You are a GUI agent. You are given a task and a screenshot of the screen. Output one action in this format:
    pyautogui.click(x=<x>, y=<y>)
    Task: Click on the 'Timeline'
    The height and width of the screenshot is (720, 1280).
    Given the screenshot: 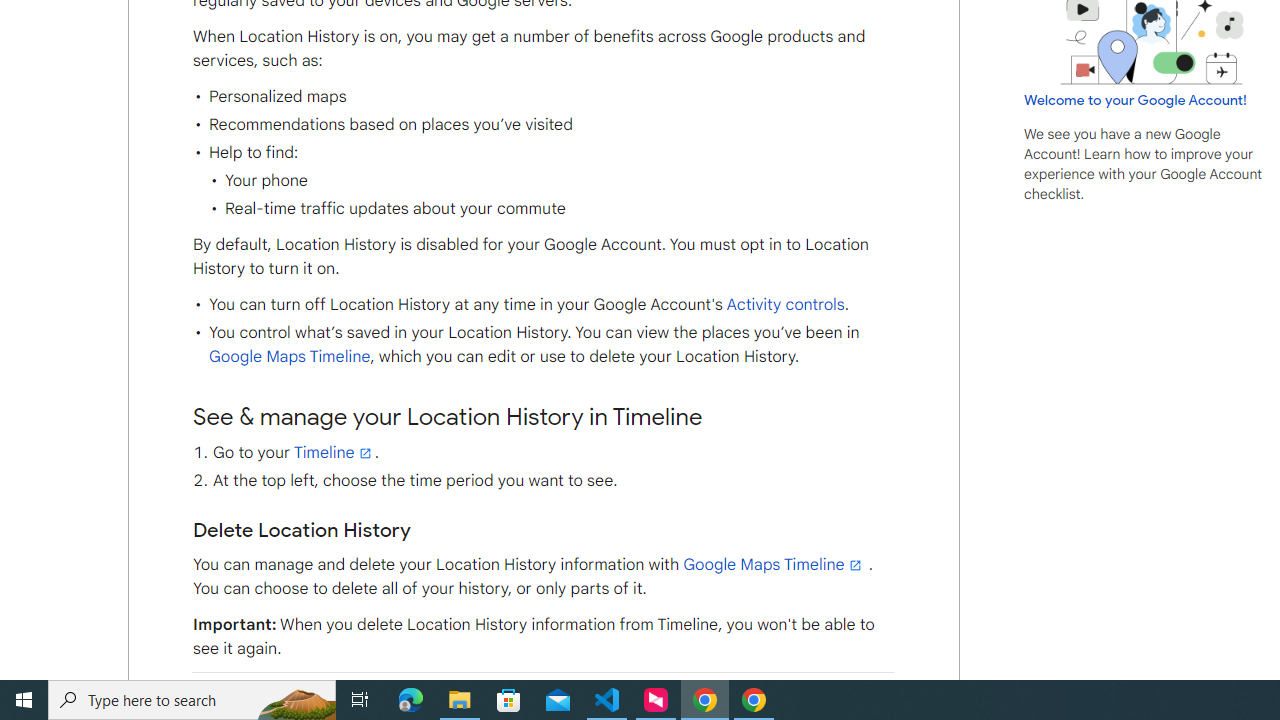 What is the action you would take?
    pyautogui.click(x=334, y=452)
    